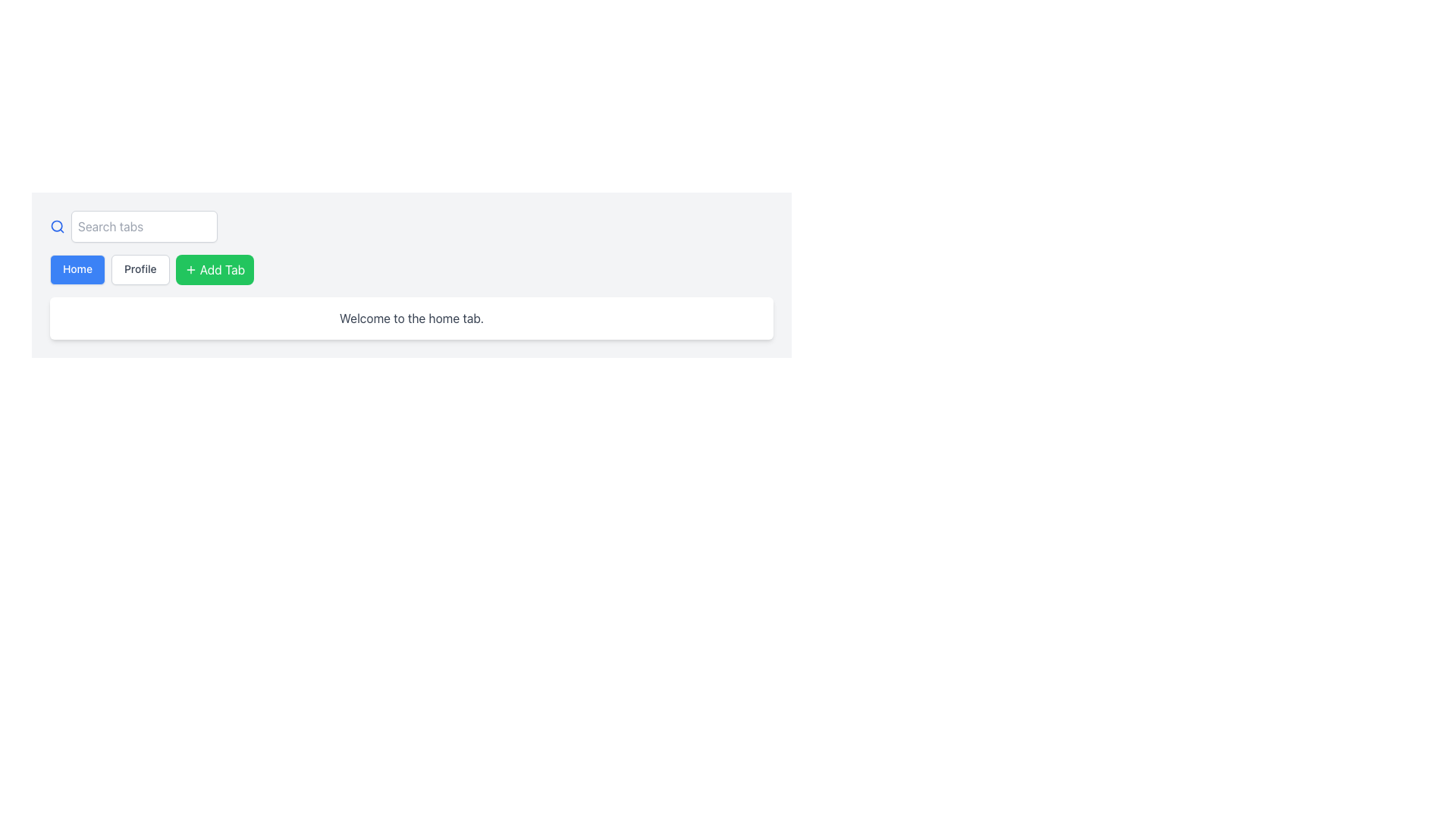 The width and height of the screenshot is (1456, 819). Describe the element at coordinates (214, 268) in the screenshot. I see `the 'Add Tab' button, which is the third button in a horizontal group of buttons, positioned between the search bar above and a white content area below` at that location.